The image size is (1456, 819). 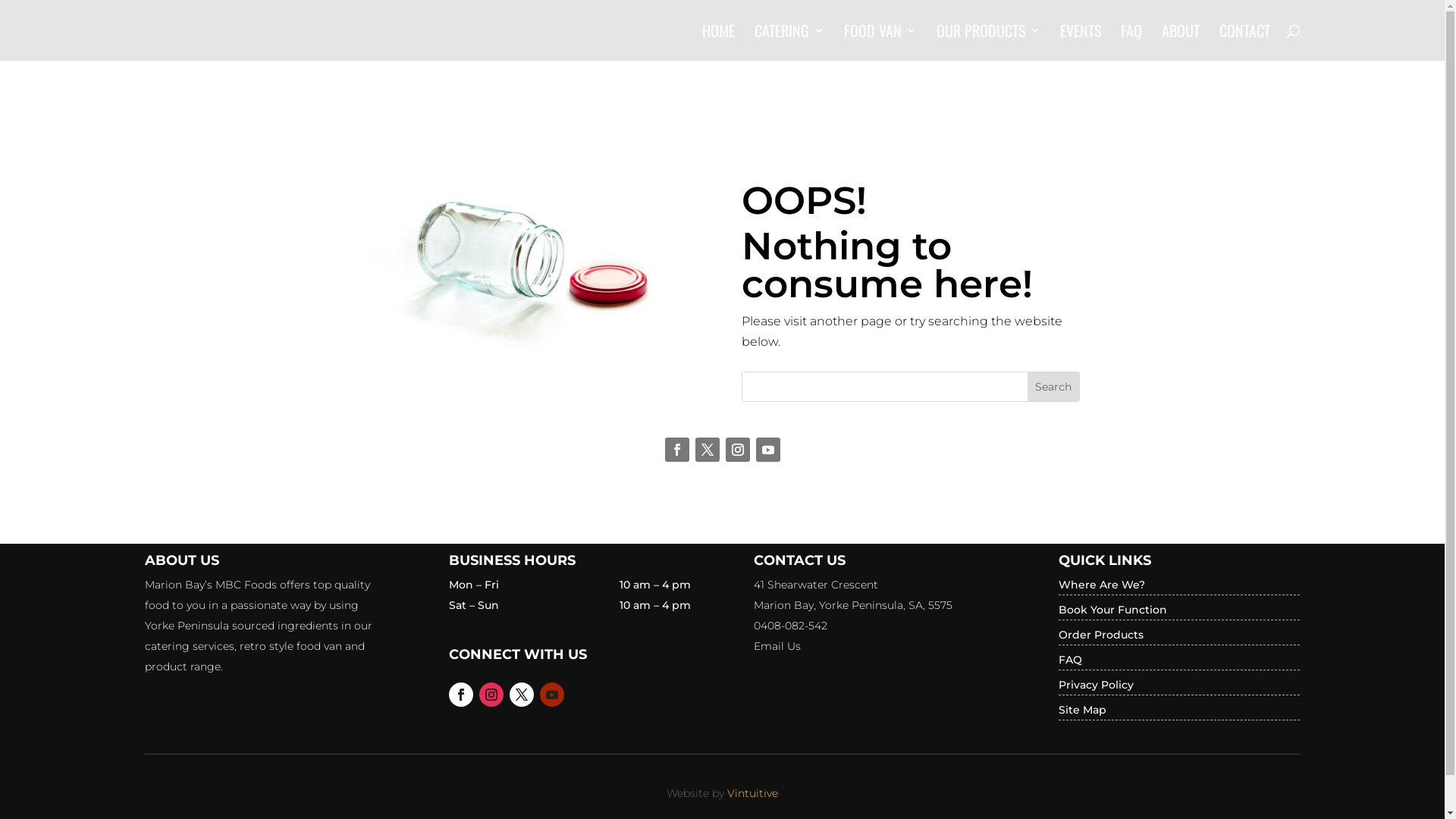 I want to click on 'FAQ', so click(x=1121, y=42).